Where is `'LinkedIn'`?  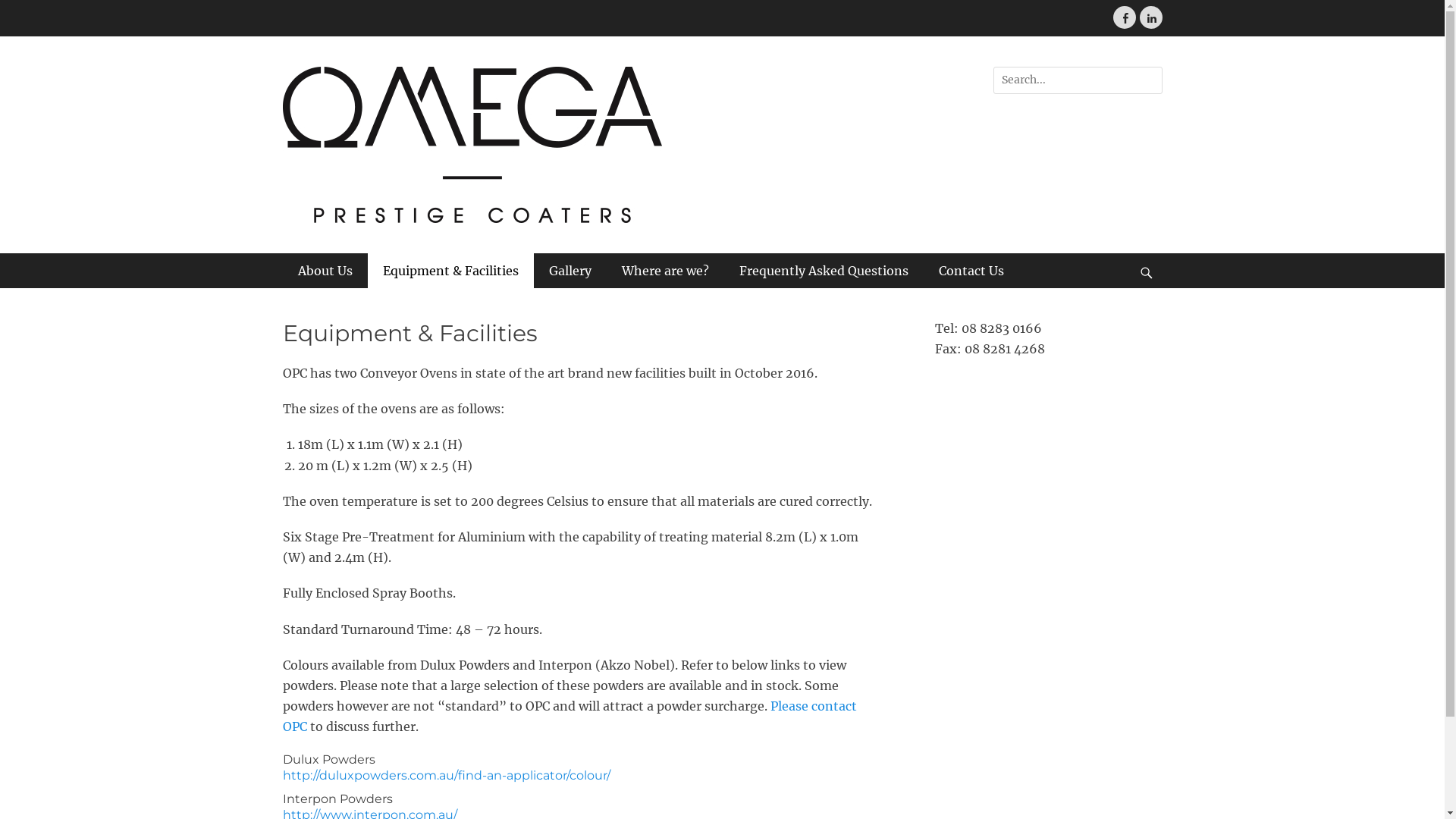 'LinkedIn' is located at coordinates (1139, 17).